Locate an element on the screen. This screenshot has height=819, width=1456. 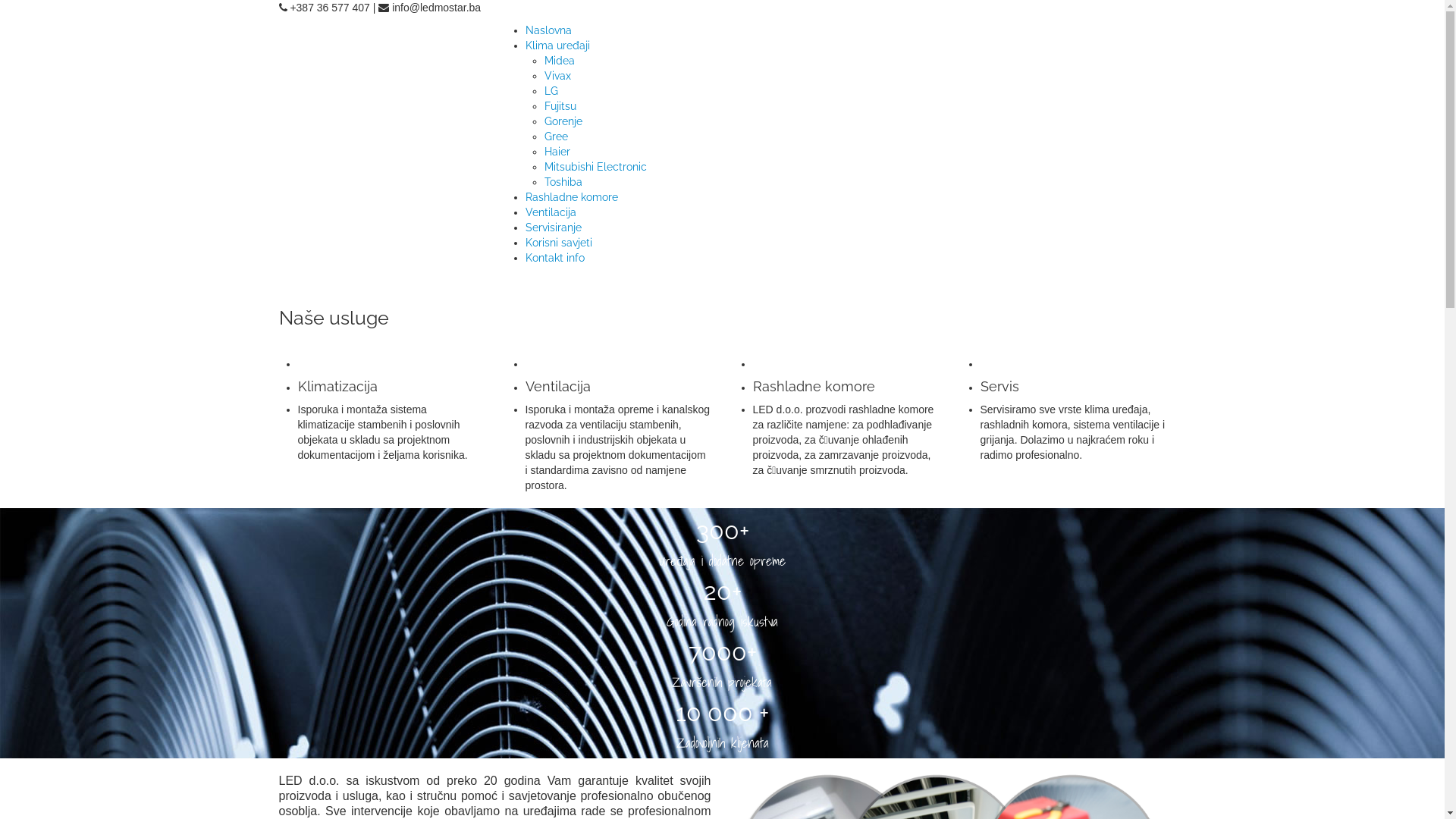
'Haier' is located at coordinates (556, 152).